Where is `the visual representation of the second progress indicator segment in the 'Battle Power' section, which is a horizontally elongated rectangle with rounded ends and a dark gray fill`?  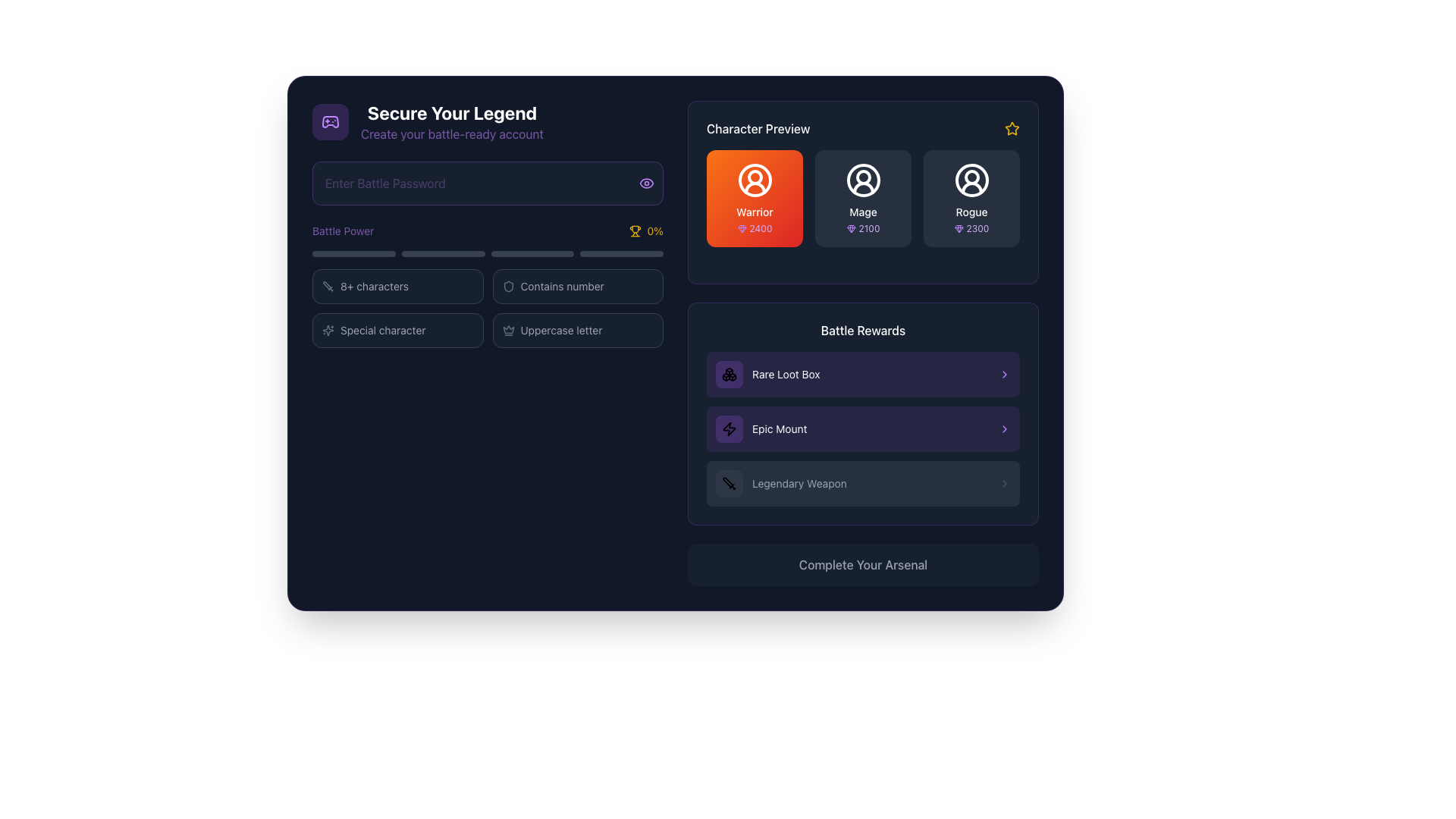 the visual representation of the second progress indicator segment in the 'Battle Power' section, which is a horizontally elongated rectangle with rounded ends and a dark gray fill is located at coordinates (442, 253).